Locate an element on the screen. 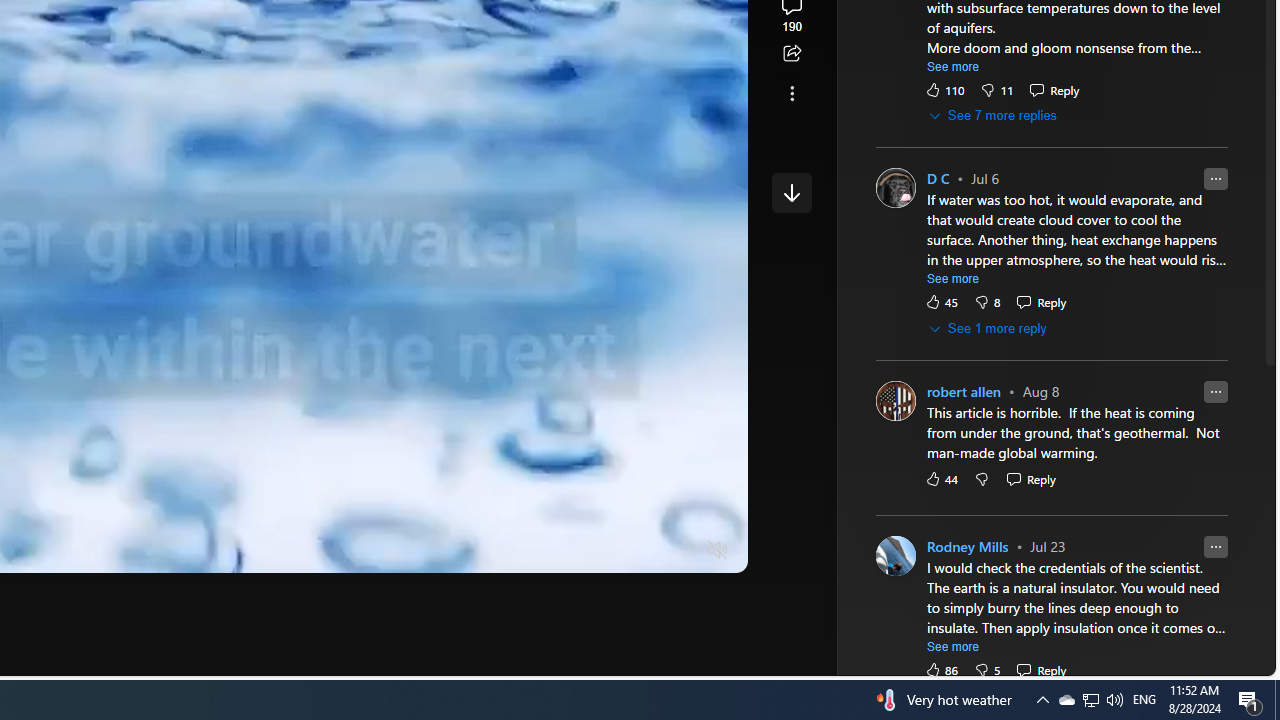 The width and height of the screenshot is (1280, 720). '86 Like' is located at coordinates (940, 670).